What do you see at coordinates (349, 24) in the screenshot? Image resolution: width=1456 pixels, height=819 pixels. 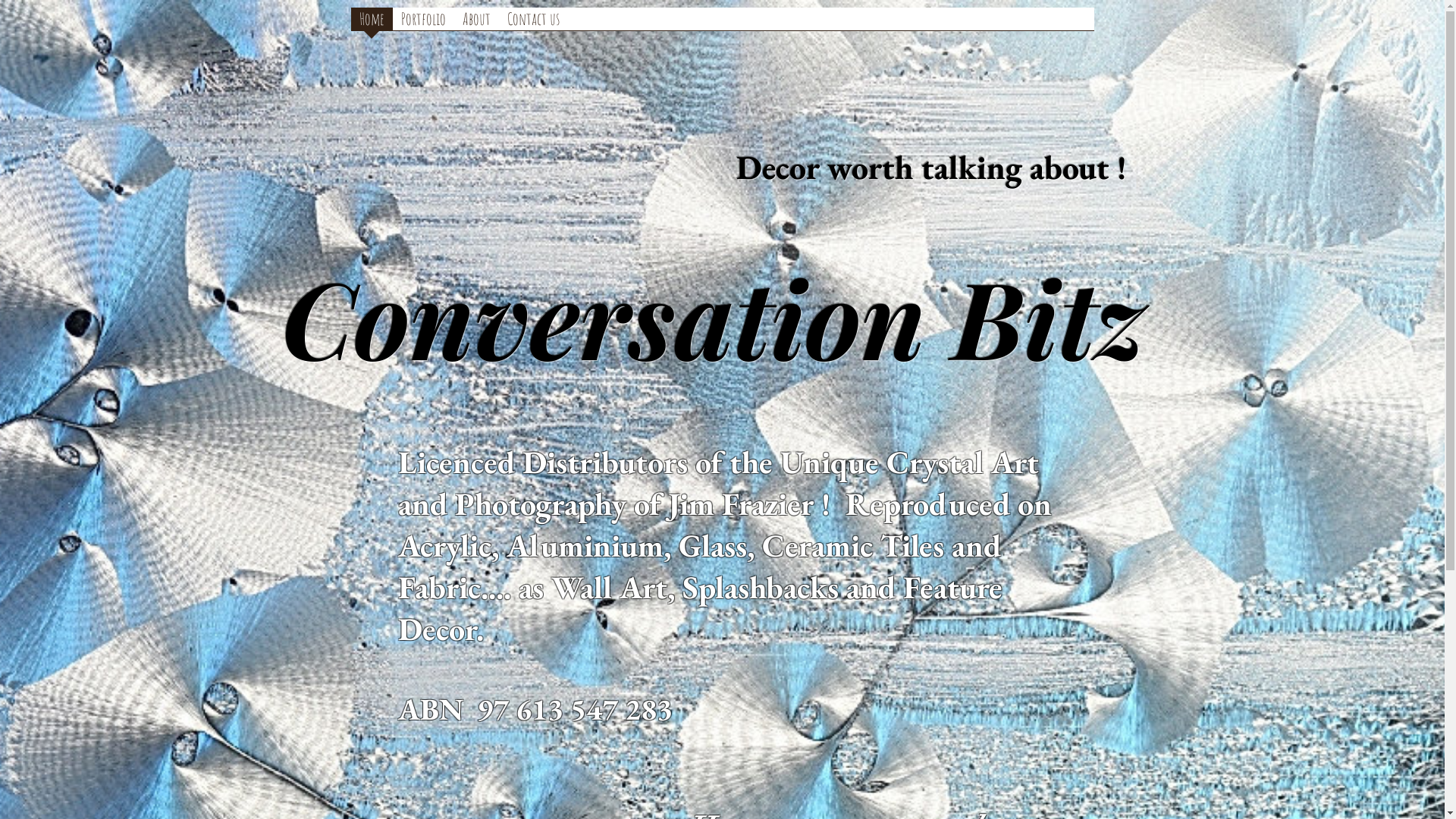 I see `'Home'` at bounding box center [349, 24].